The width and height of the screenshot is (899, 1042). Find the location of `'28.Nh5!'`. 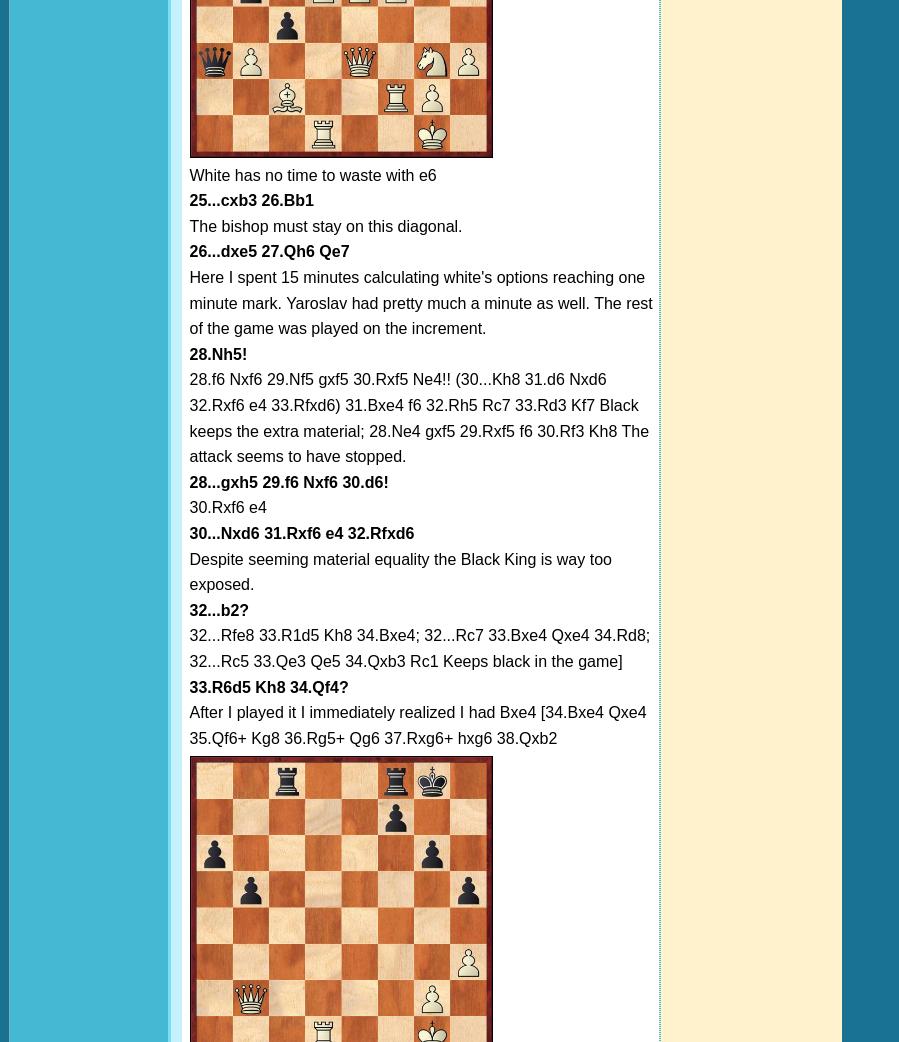

'28.Nh5!' is located at coordinates (188, 352).